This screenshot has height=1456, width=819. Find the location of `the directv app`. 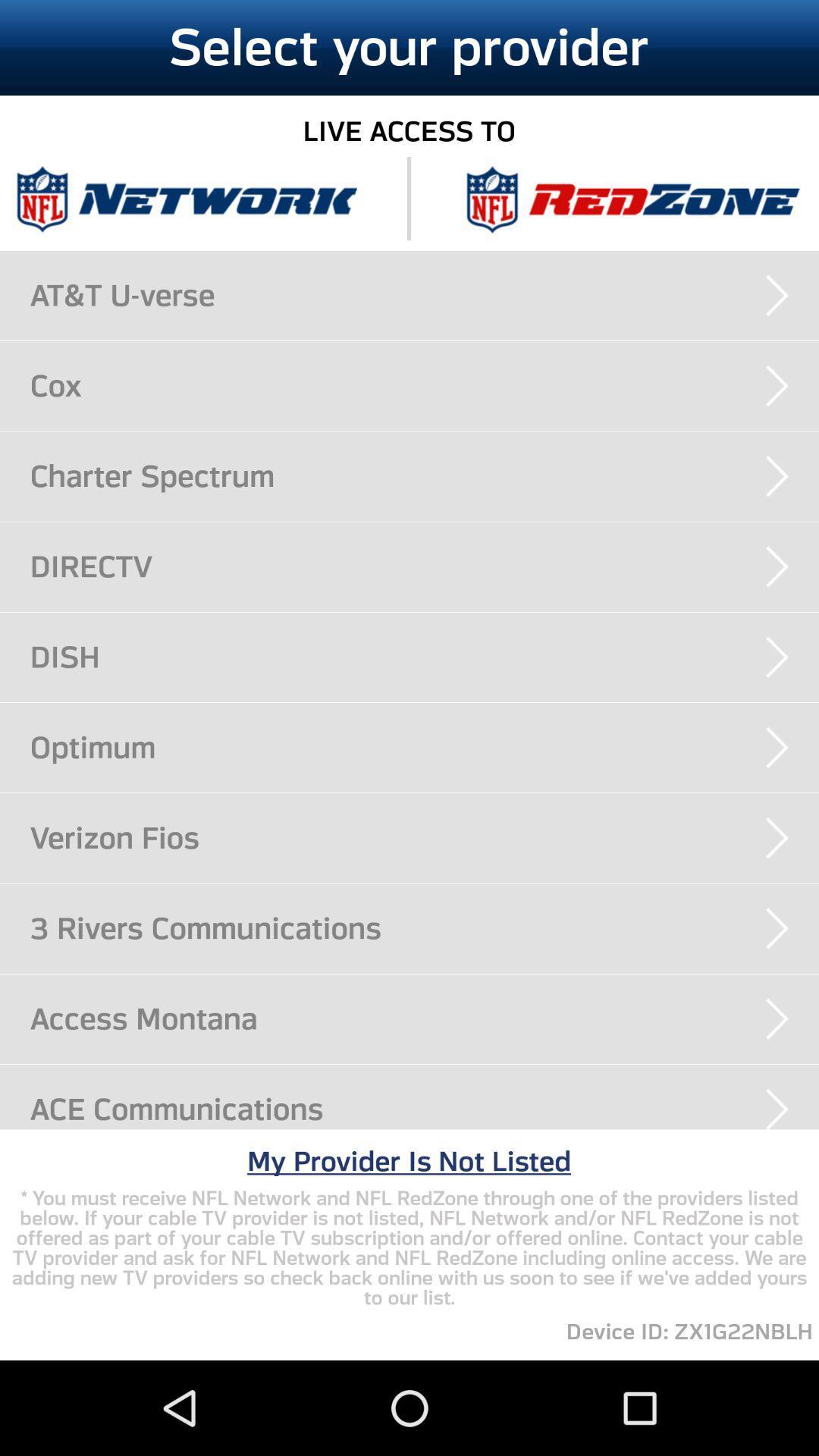

the directv app is located at coordinates (424, 566).